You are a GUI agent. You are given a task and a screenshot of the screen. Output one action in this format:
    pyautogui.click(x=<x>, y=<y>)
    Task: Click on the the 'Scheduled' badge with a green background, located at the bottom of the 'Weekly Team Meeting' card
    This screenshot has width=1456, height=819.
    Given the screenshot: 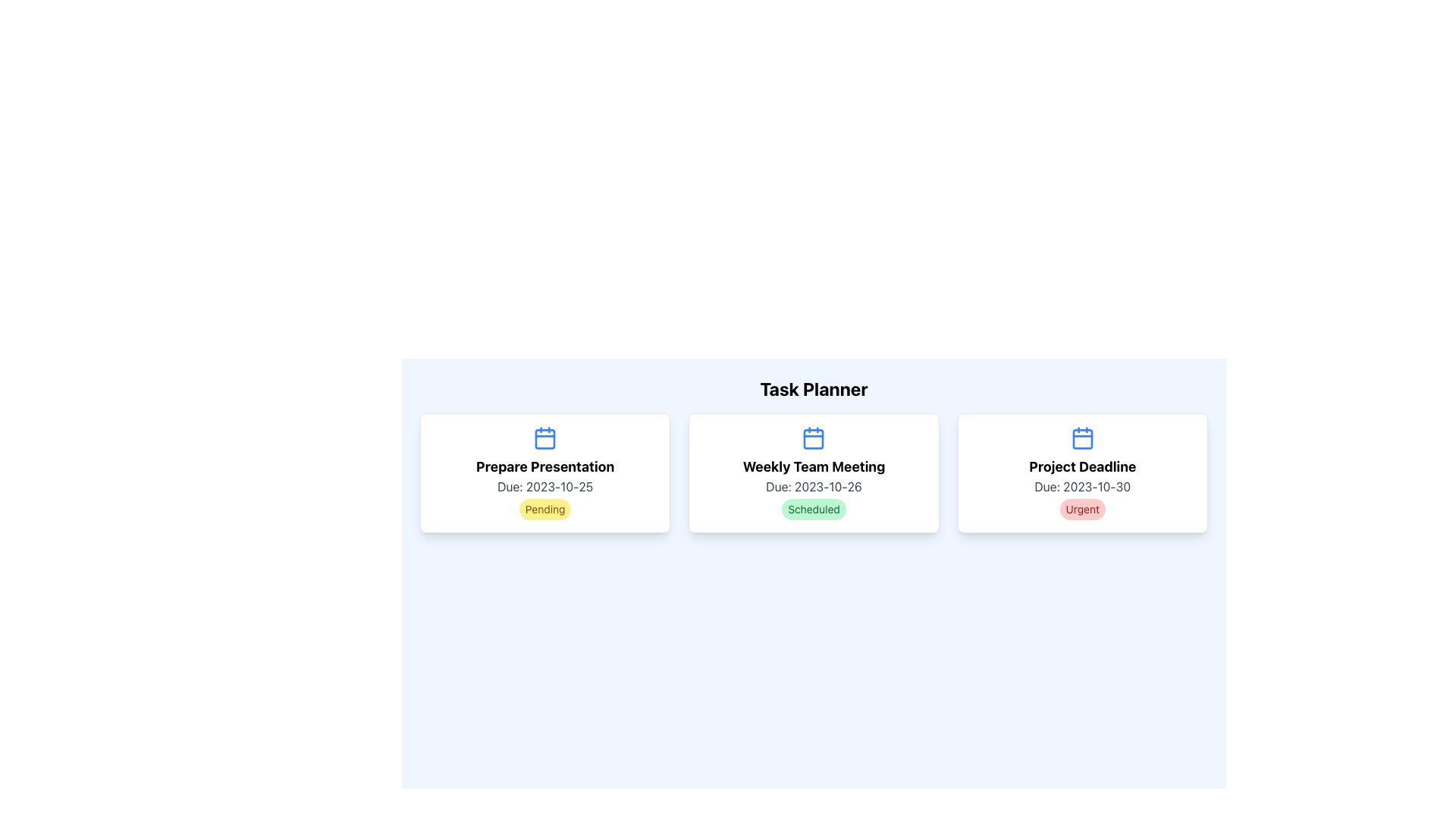 What is the action you would take?
    pyautogui.click(x=813, y=509)
    